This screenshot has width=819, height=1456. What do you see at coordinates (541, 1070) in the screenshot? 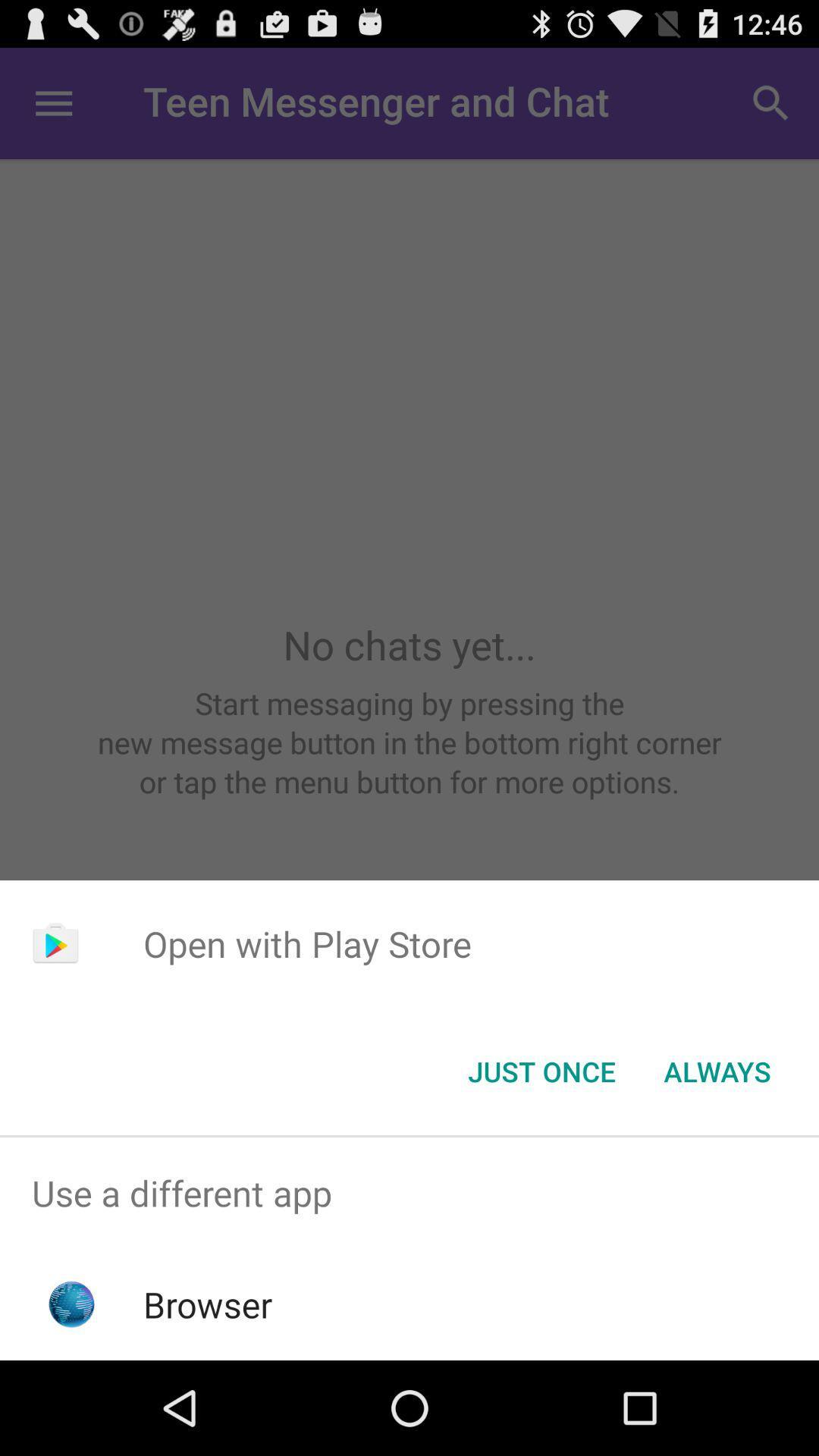
I see `app below the open with play app` at bounding box center [541, 1070].